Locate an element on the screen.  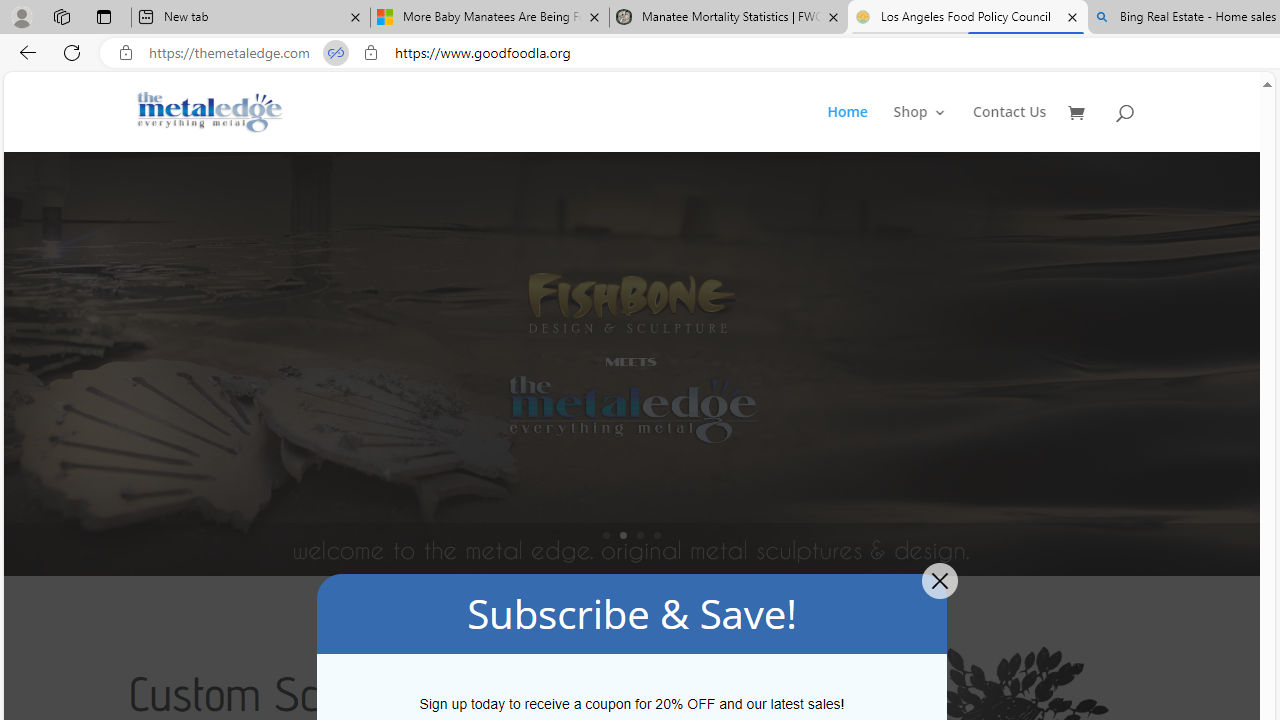
'Los Angeles Food Policy Council' is located at coordinates (967, 17).